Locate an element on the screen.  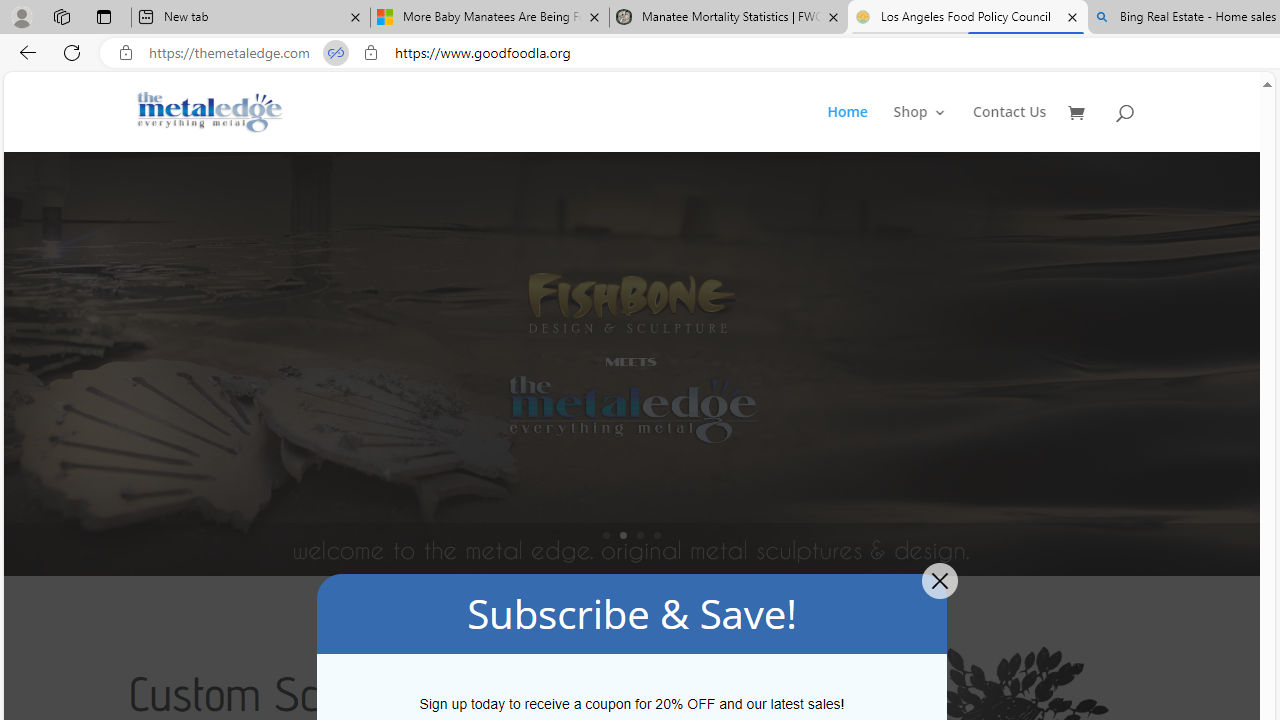
'Los Angeles Food Policy Council' is located at coordinates (967, 17).